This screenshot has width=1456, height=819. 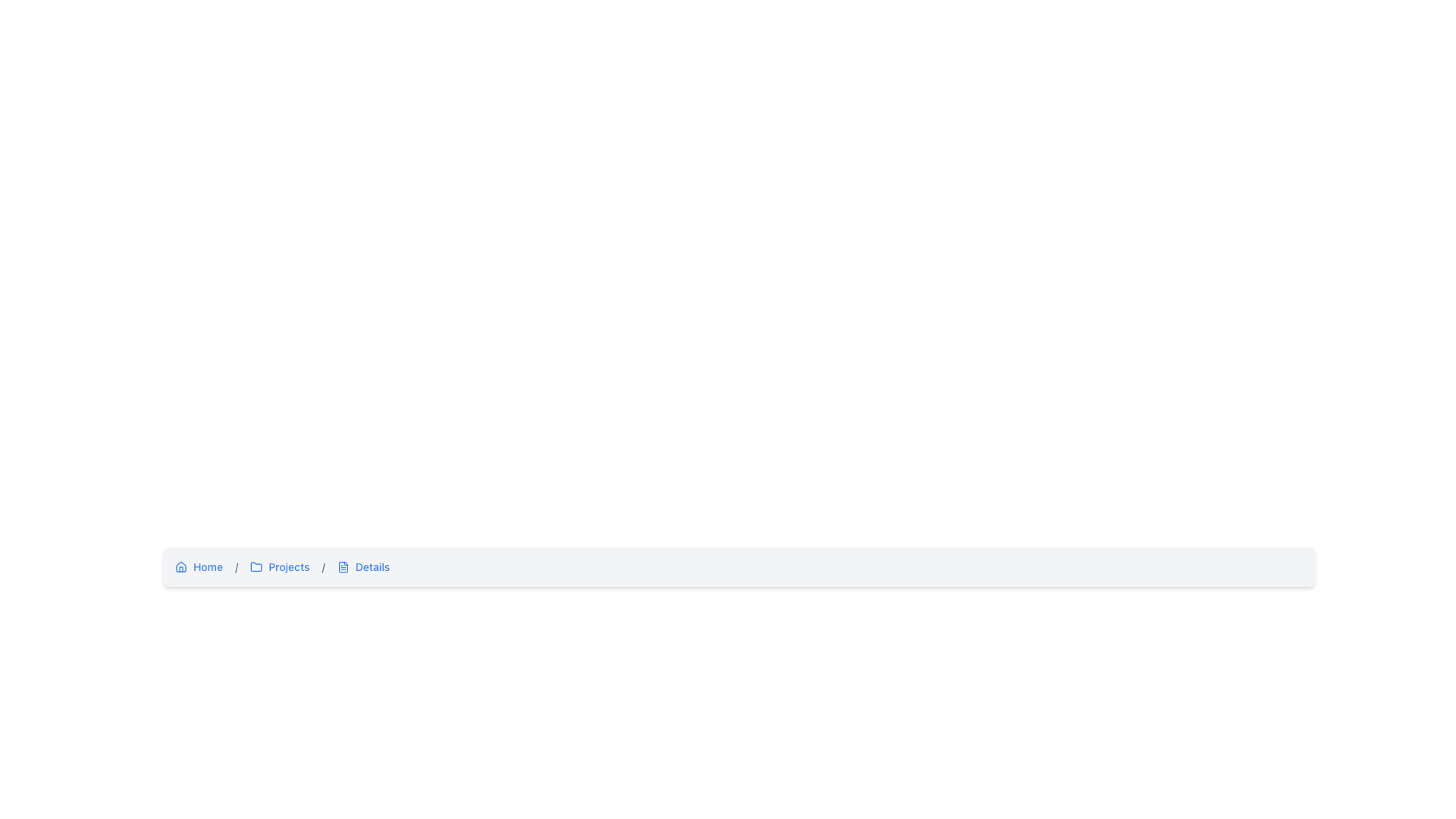 I want to click on the house icon in the breadcrumb navigation bar at the top-left corner, so click(x=181, y=566).